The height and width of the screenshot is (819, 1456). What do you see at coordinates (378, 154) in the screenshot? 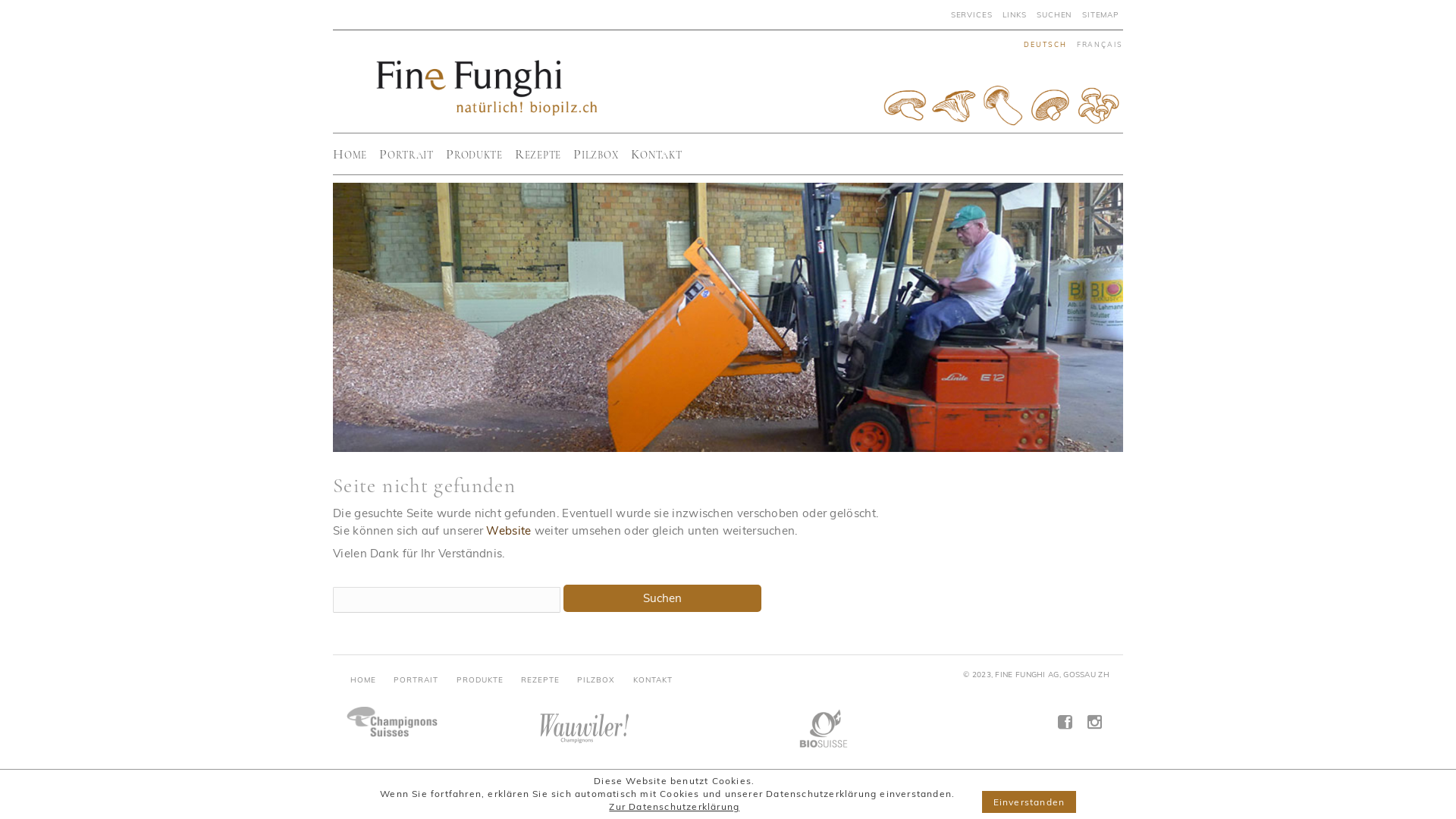
I see `'Portrait'` at bounding box center [378, 154].